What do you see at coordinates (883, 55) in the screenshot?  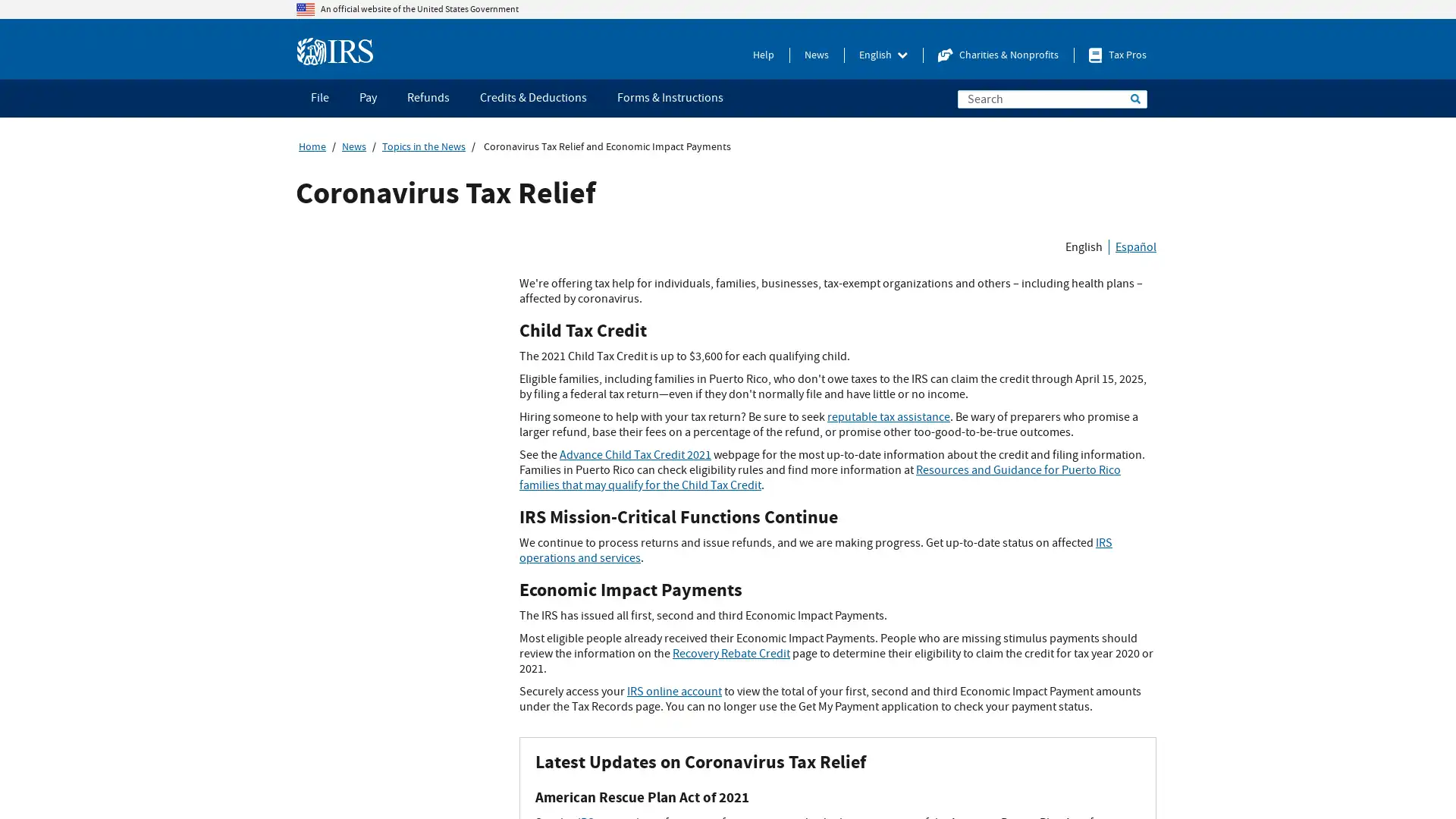 I see `Press enter to activate the menu, then navigate with the tab key.` at bounding box center [883, 55].